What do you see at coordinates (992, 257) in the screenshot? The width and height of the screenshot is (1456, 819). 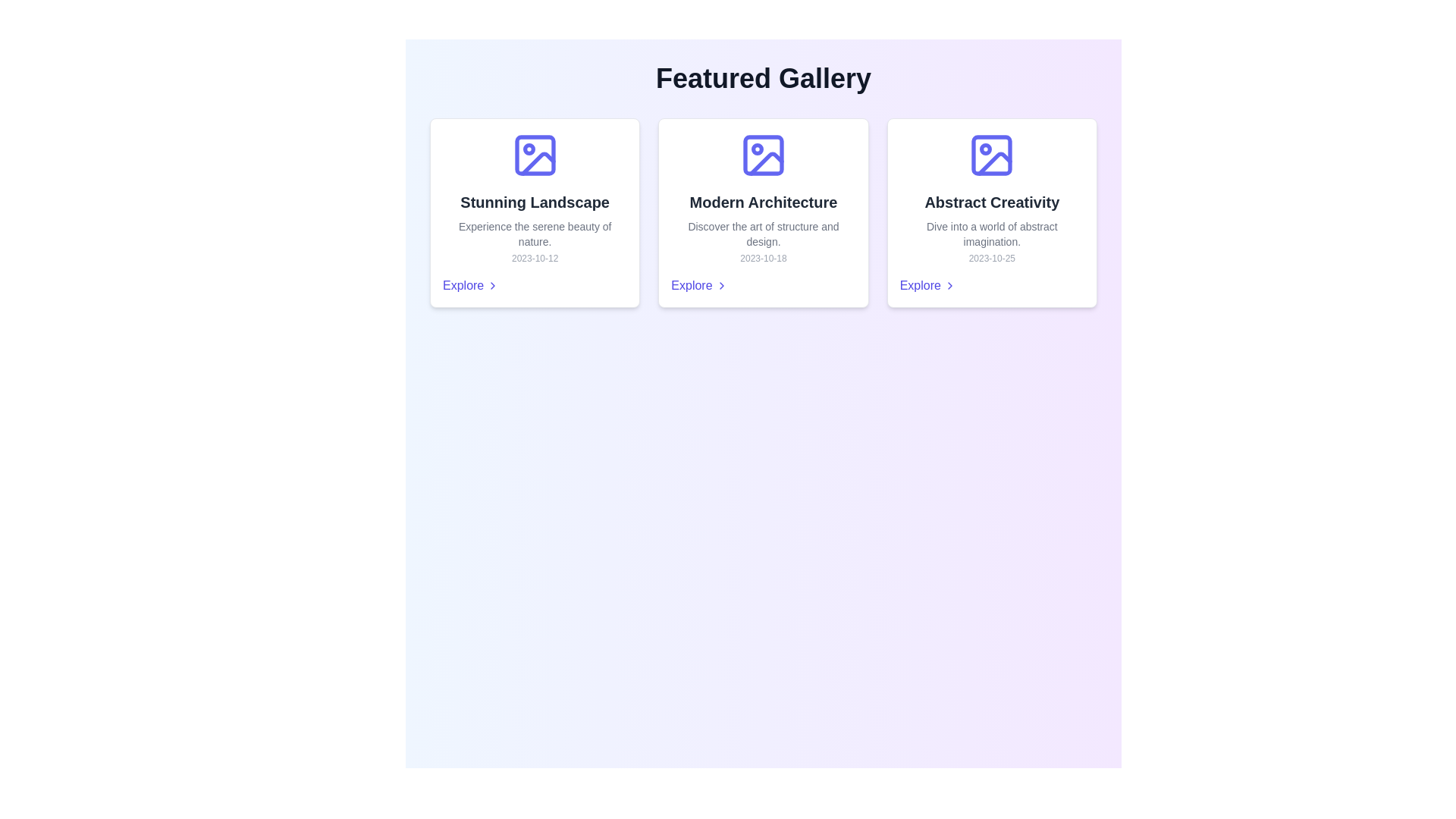 I see `the text label displaying the date '2023-10-25' in light gray, located at the bottom of the card titled 'Abstract Creativity'` at bounding box center [992, 257].